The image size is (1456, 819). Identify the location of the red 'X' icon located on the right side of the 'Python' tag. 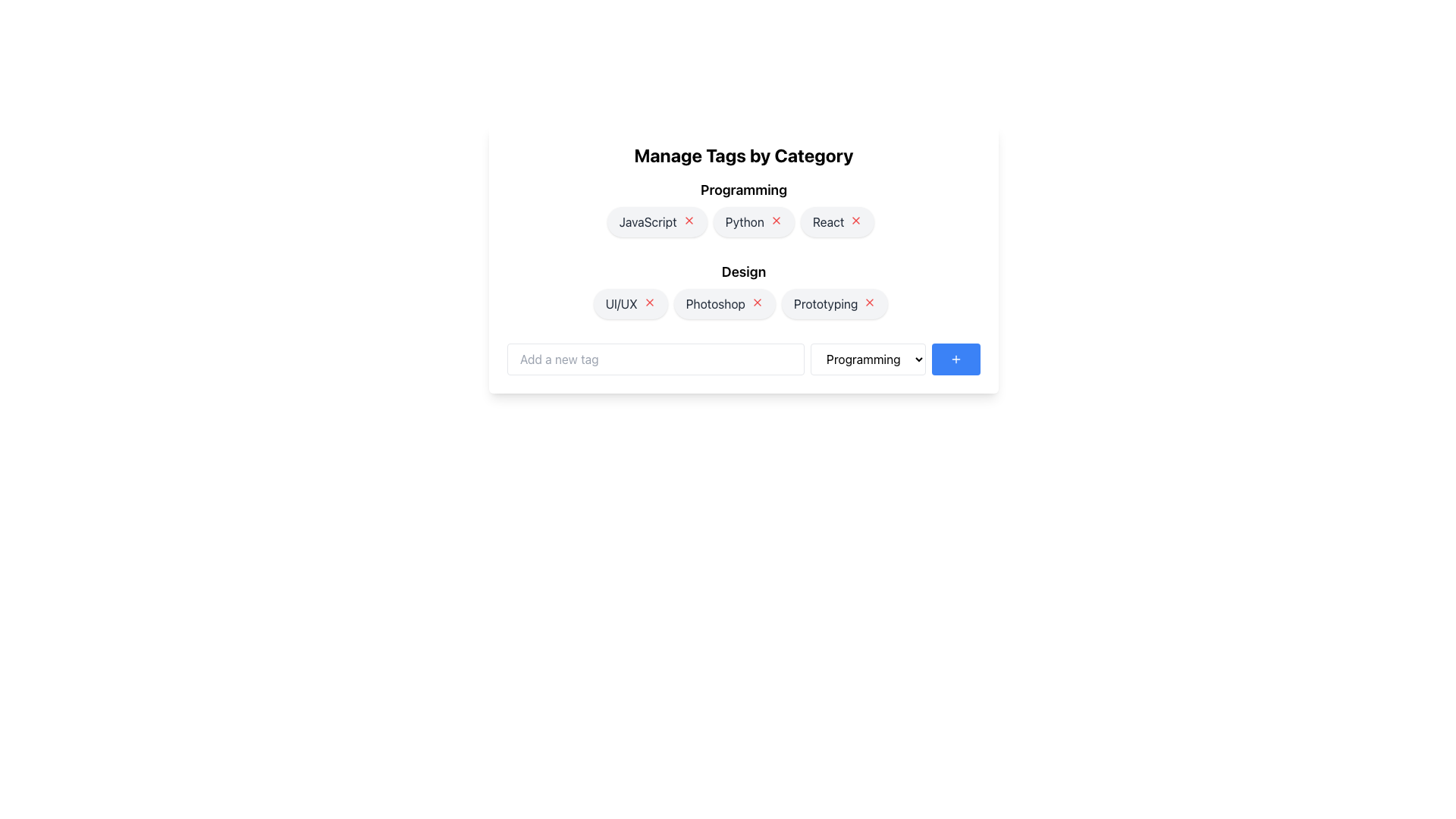
(776, 220).